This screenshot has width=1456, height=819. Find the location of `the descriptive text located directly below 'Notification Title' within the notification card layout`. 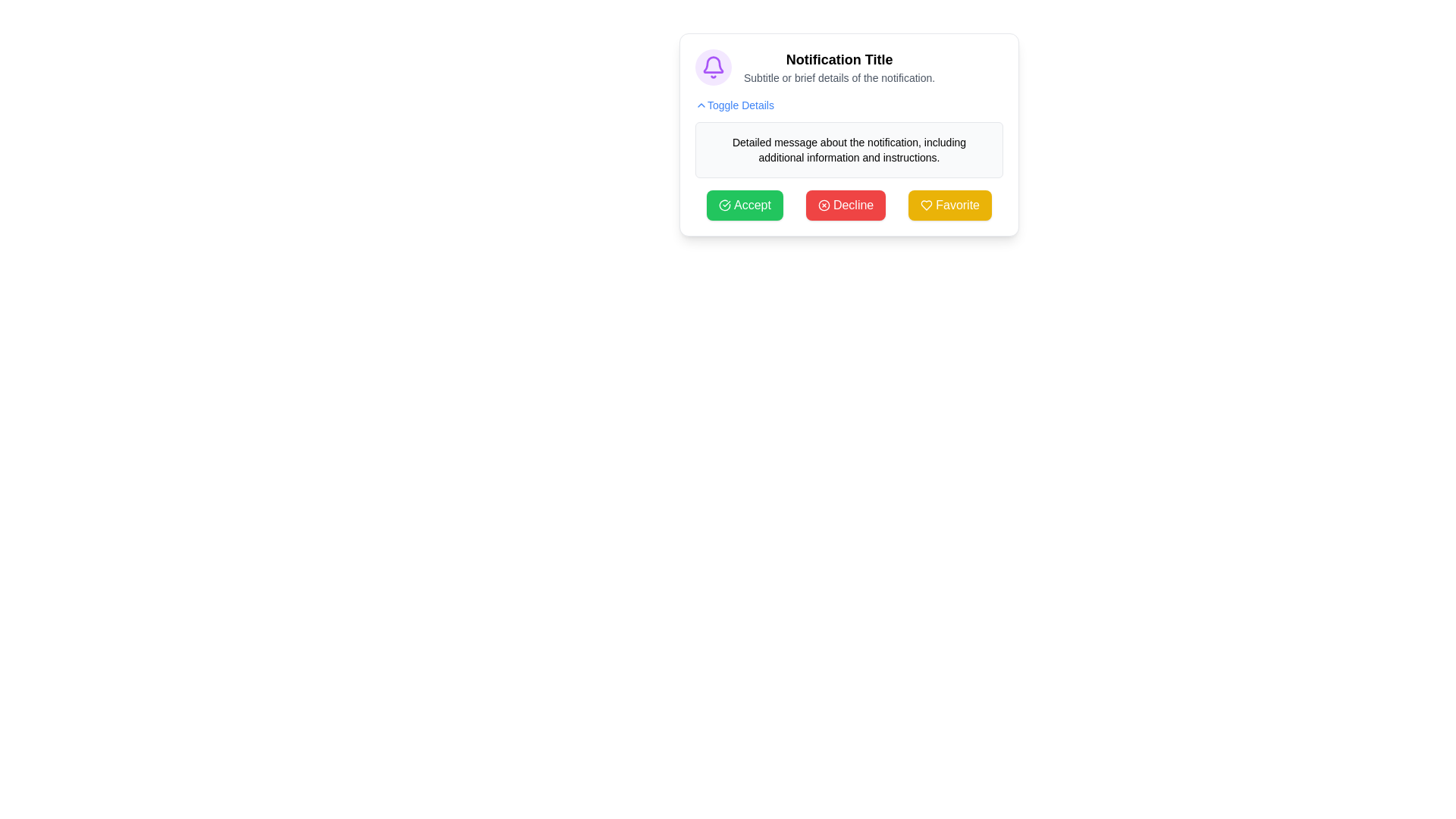

the descriptive text located directly below 'Notification Title' within the notification card layout is located at coordinates (839, 78).